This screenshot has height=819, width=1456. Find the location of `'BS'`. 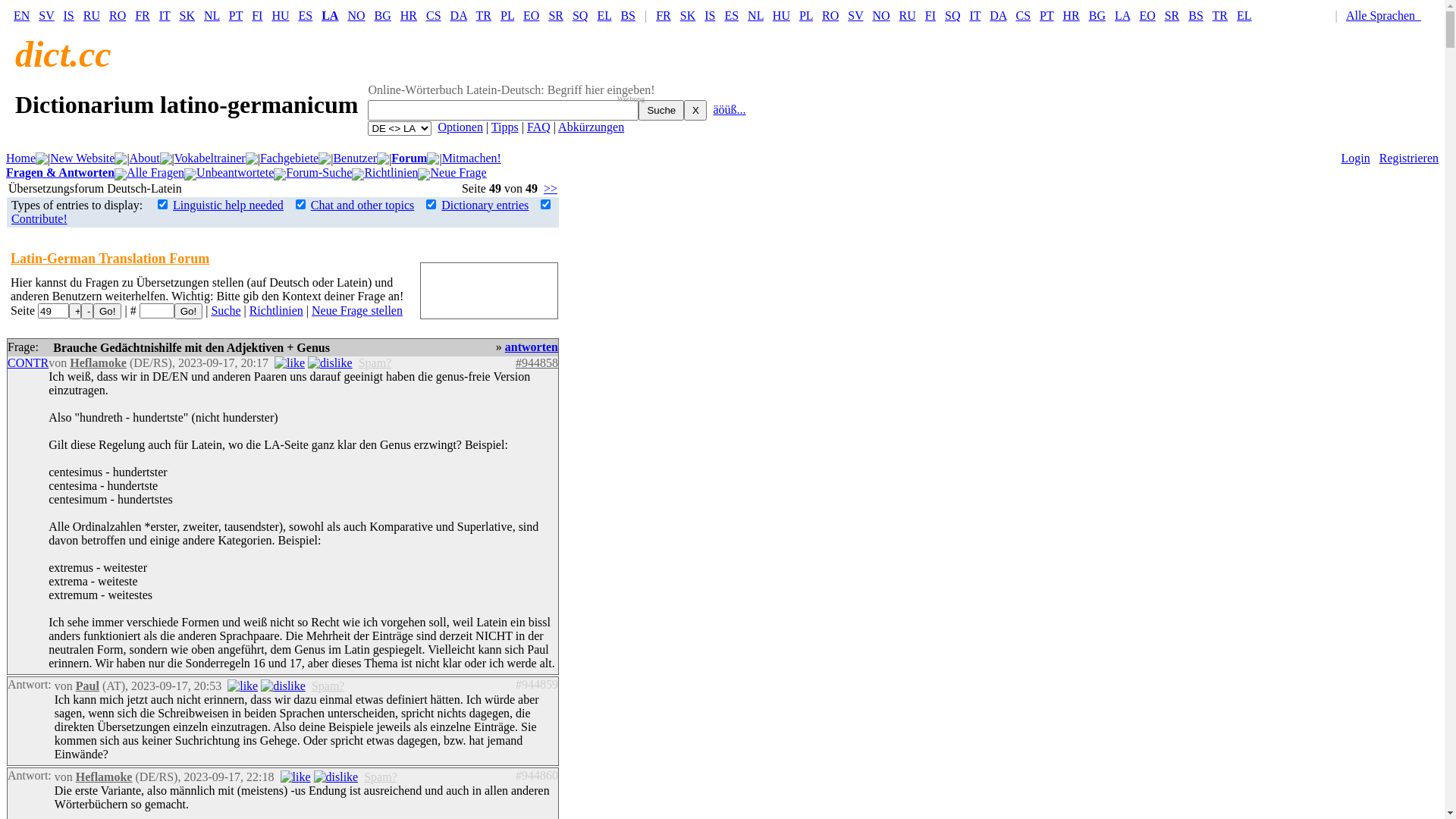

'BS' is located at coordinates (620, 15).